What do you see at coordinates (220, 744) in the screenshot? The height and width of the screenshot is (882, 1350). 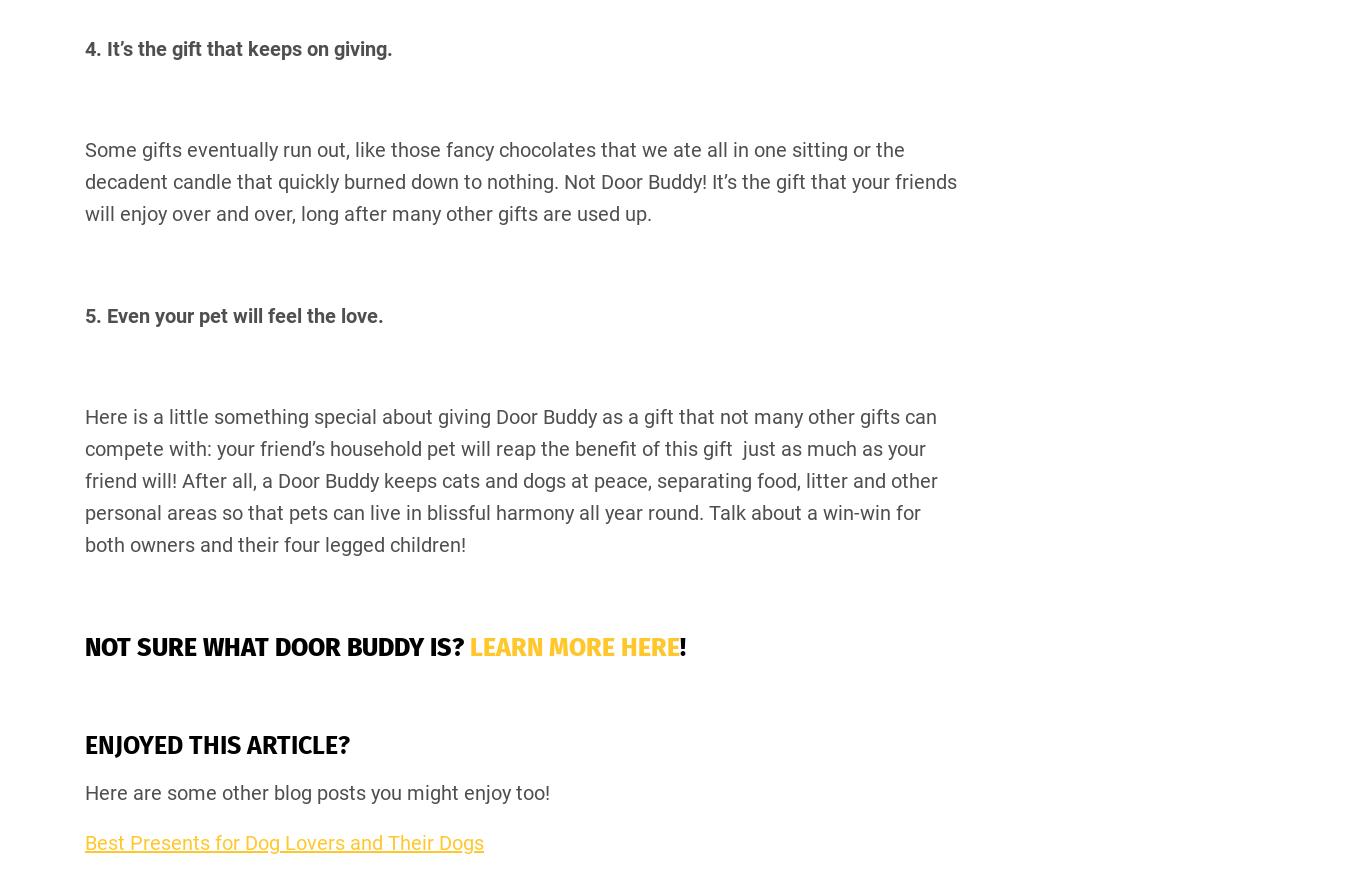 I see `'Enjoyed this Article?'` at bounding box center [220, 744].